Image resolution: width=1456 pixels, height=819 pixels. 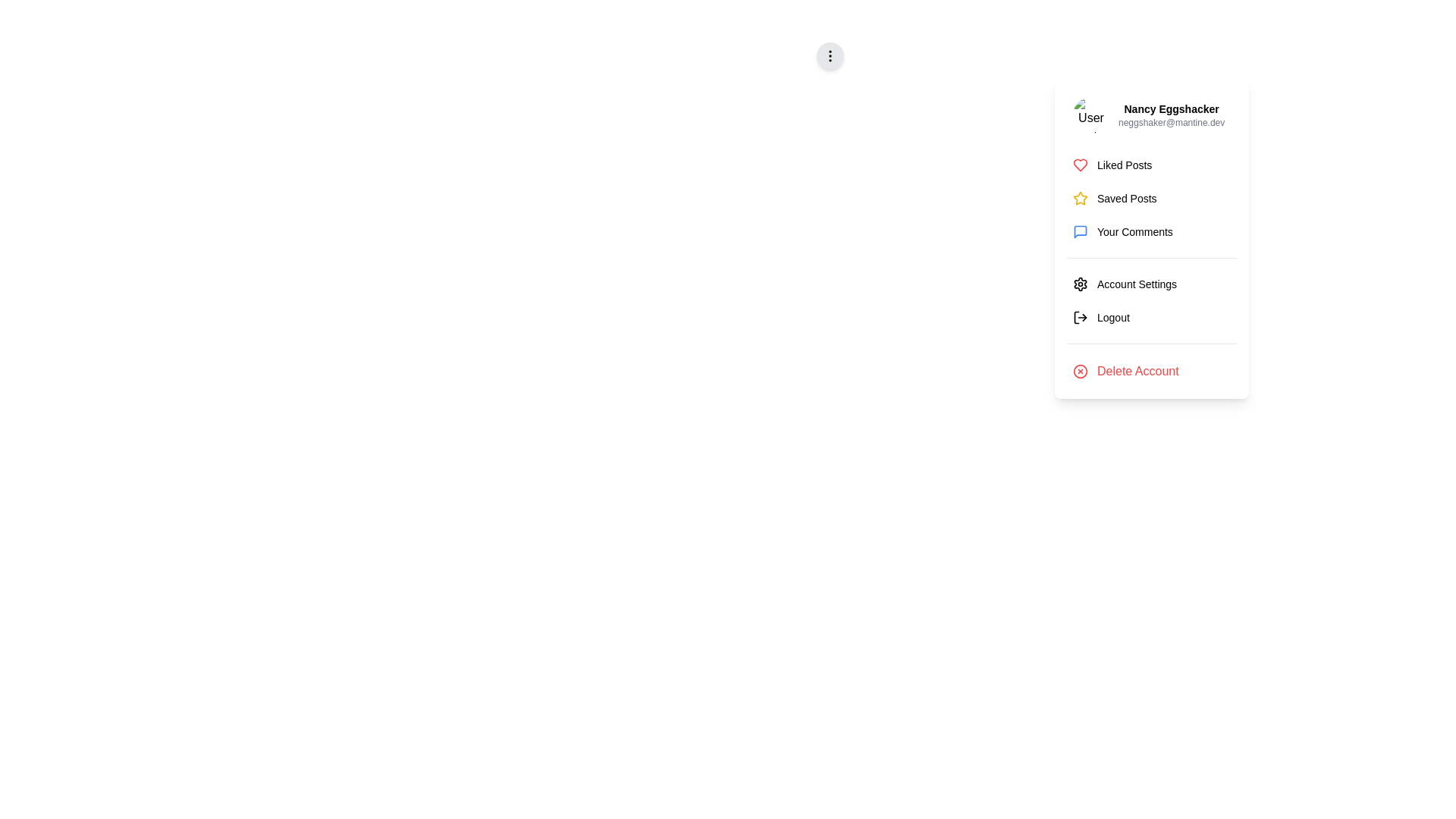 I want to click on the circular button with a vertical ellipsis icon located at the center of the top bar, so click(x=829, y=55).